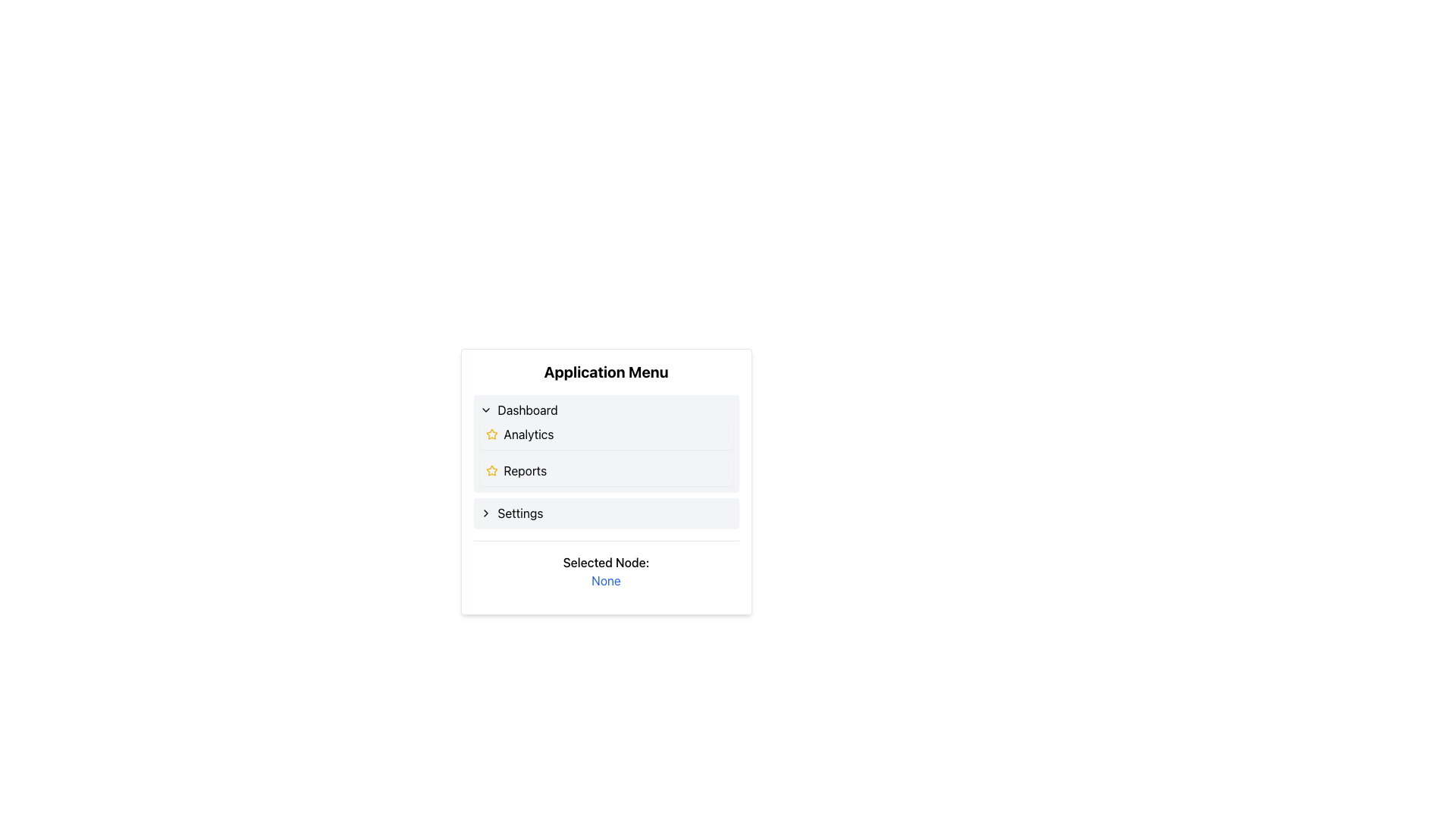 This screenshot has width=1456, height=819. Describe the element at coordinates (491, 469) in the screenshot. I see `the star icon representing the 'Analytics' menu item` at that location.